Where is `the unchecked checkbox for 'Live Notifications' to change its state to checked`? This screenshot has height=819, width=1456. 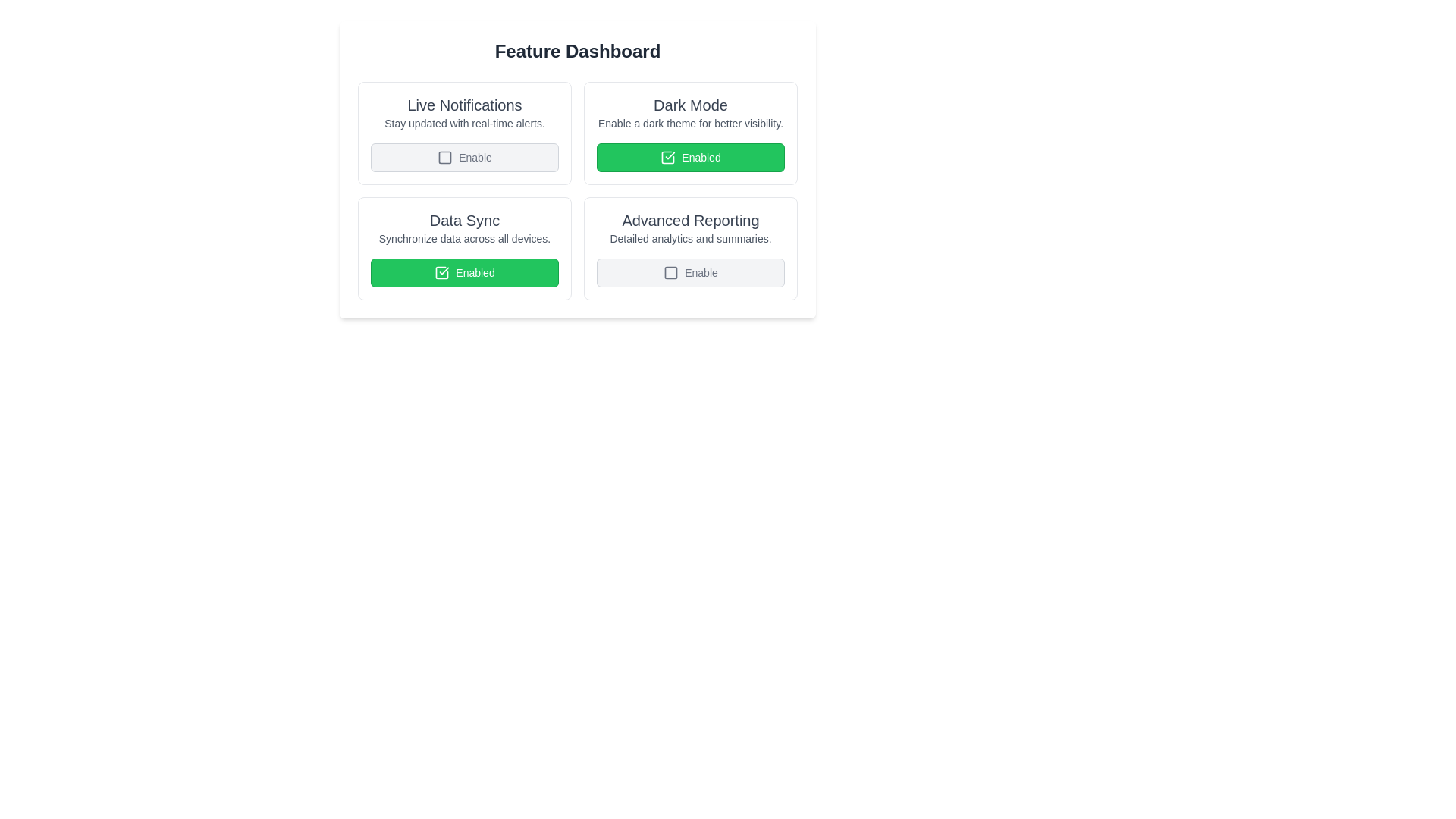
the unchecked checkbox for 'Live Notifications' to change its state to checked is located at coordinates (444, 158).